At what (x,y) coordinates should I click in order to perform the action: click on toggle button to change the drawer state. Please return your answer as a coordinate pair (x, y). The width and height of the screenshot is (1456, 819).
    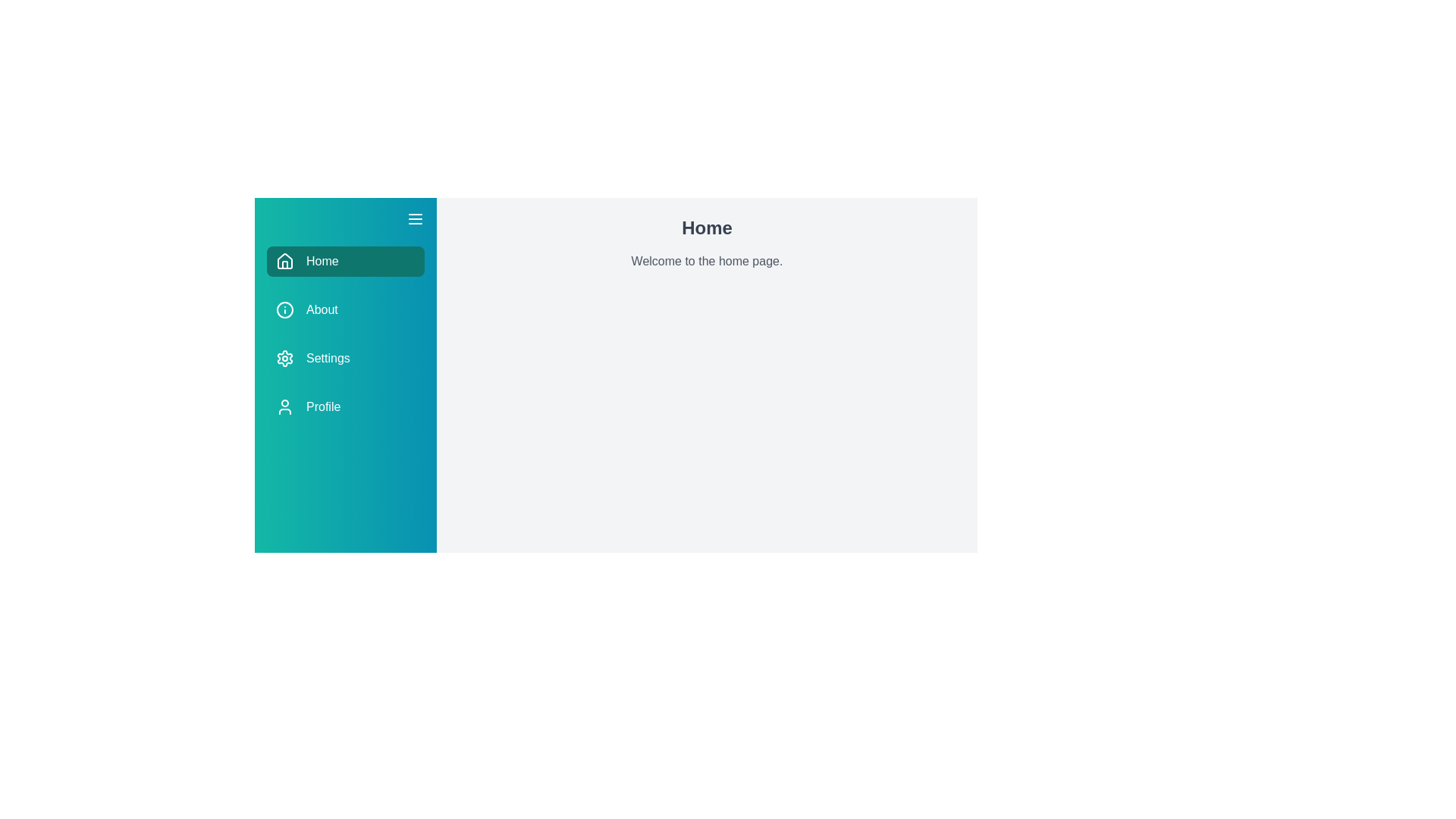
    Looking at the image, I should click on (415, 219).